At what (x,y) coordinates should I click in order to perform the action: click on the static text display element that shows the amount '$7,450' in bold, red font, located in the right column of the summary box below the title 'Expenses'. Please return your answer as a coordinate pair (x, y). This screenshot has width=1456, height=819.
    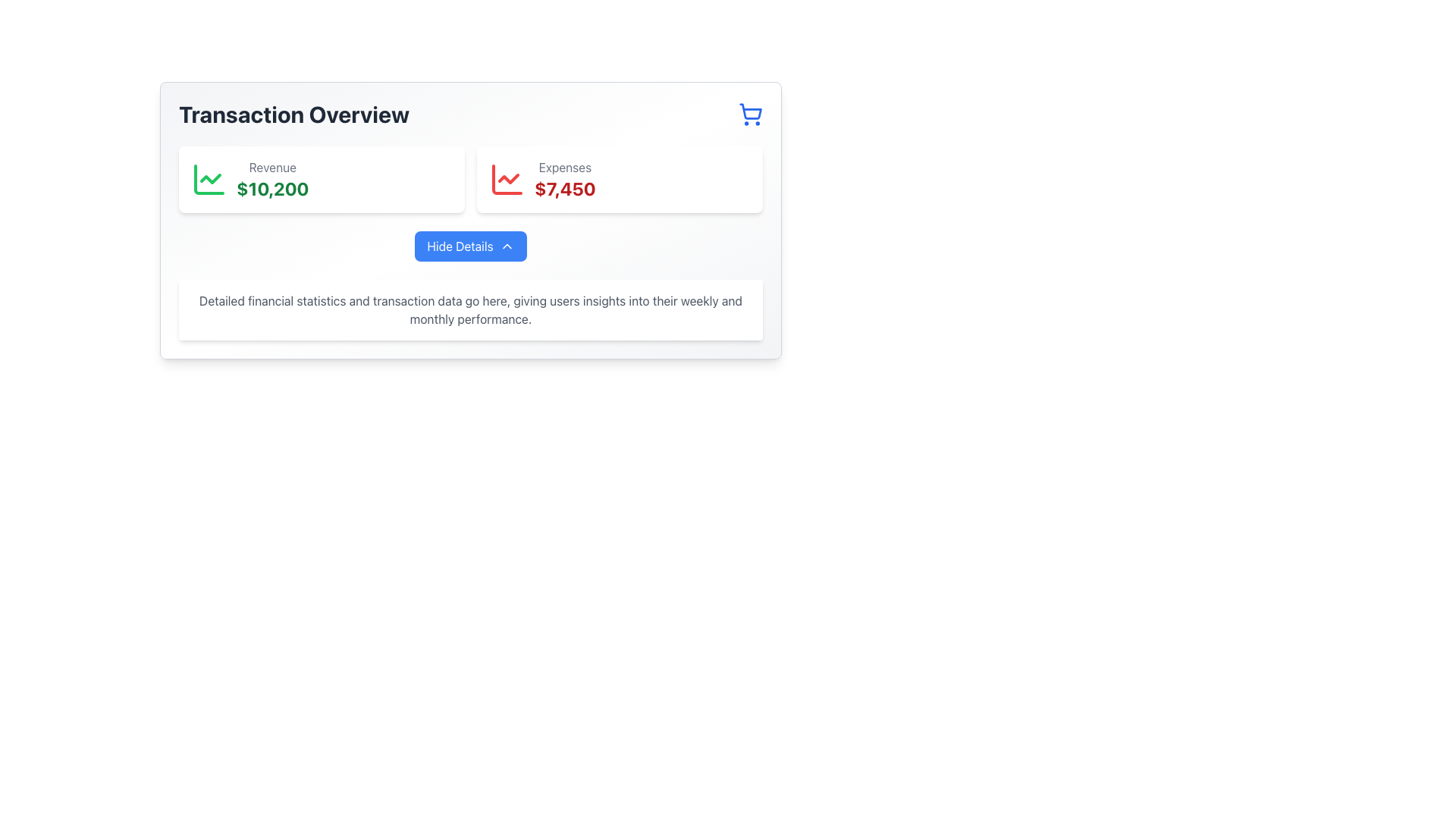
    Looking at the image, I should click on (564, 188).